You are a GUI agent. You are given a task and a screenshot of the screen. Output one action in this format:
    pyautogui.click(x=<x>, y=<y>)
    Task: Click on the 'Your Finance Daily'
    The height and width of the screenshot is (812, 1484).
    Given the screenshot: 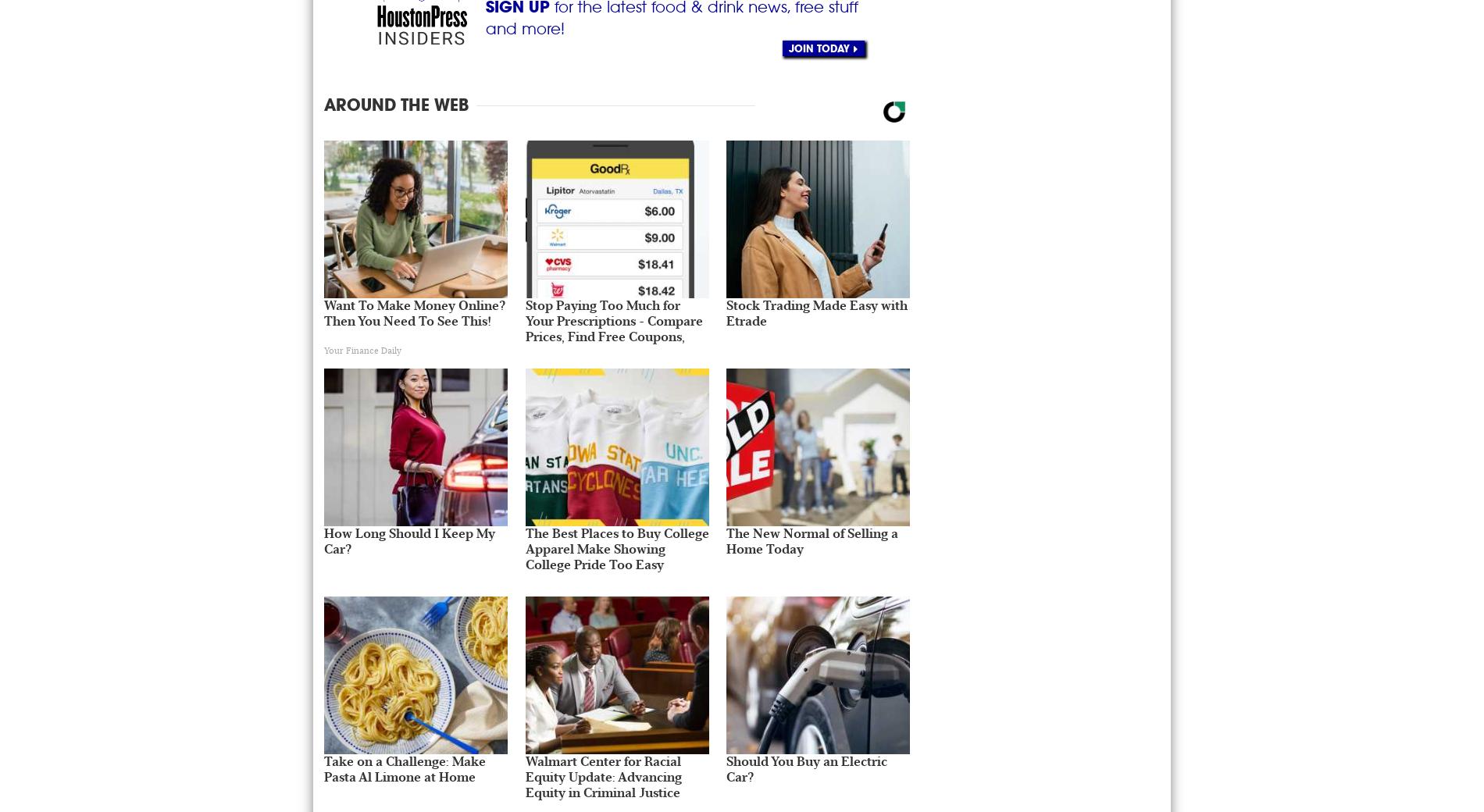 What is the action you would take?
    pyautogui.click(x=323, y=350)
    